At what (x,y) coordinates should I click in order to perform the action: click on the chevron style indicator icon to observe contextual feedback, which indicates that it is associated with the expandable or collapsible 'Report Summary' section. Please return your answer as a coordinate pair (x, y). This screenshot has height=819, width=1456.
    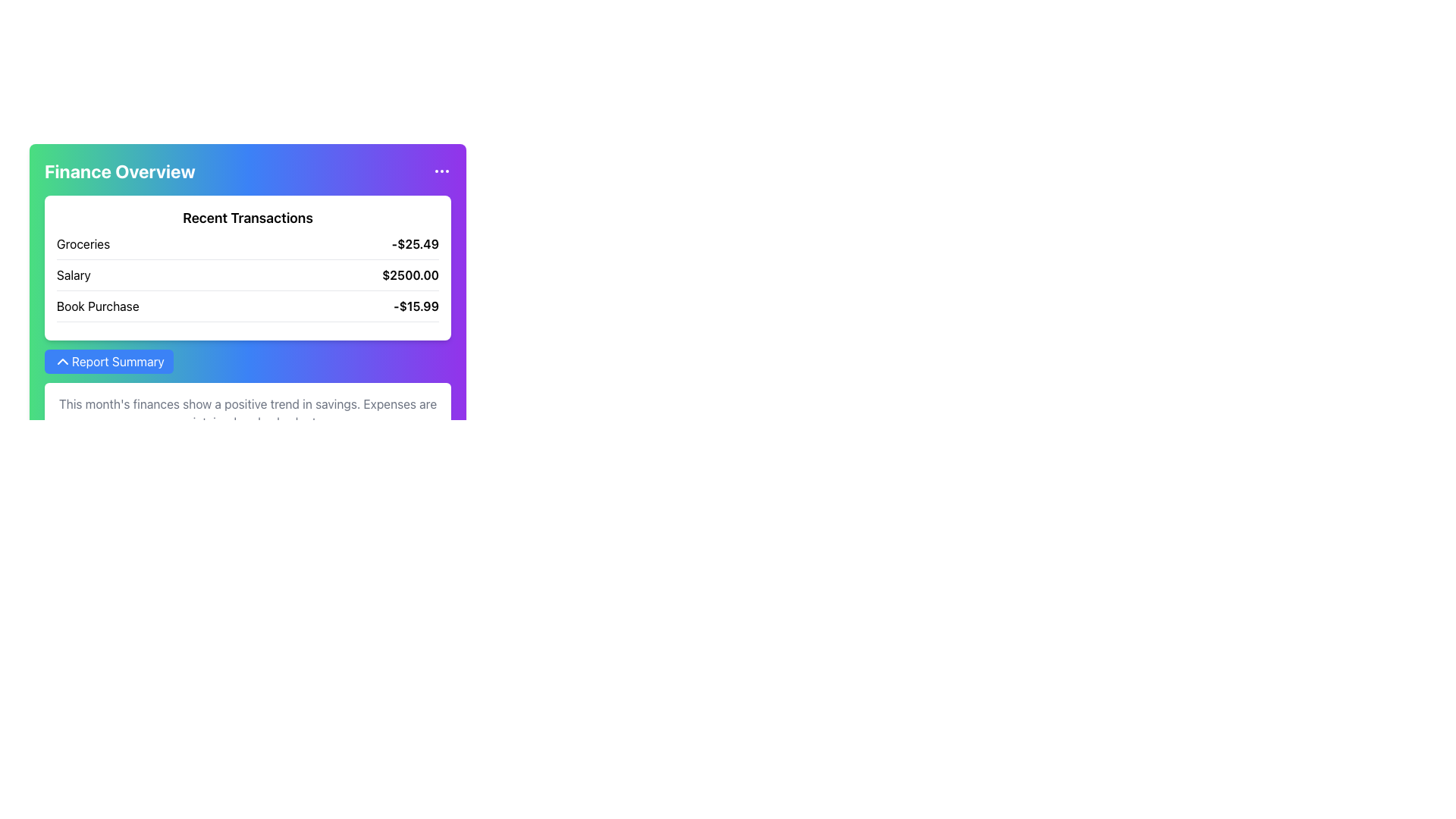
    Looking at the image, I should click on (61, 362).